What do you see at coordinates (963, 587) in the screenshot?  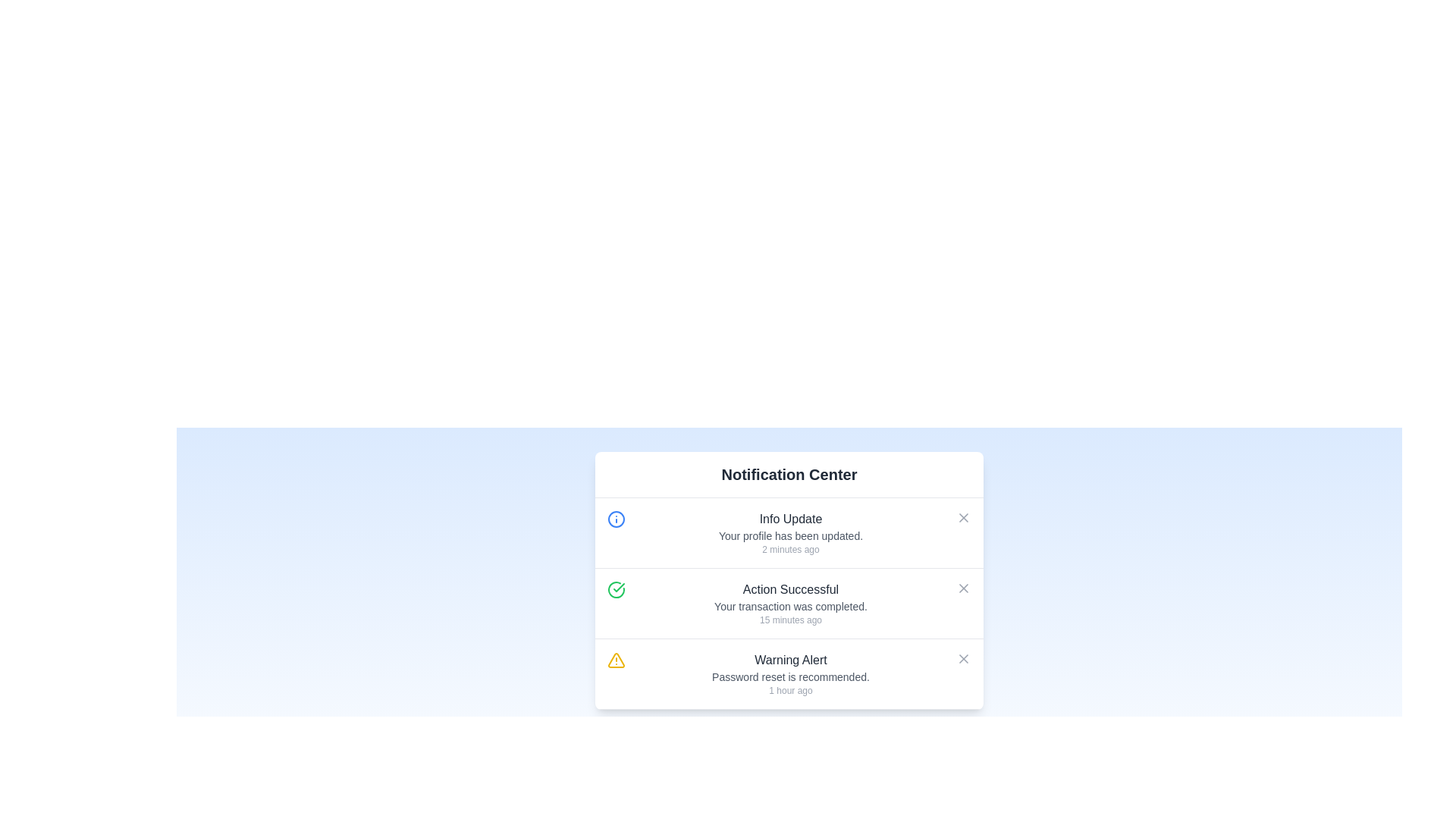 I see `the close icon located in the second notification row next to the text 'Action Successful'` at bounding box center [963, 587].